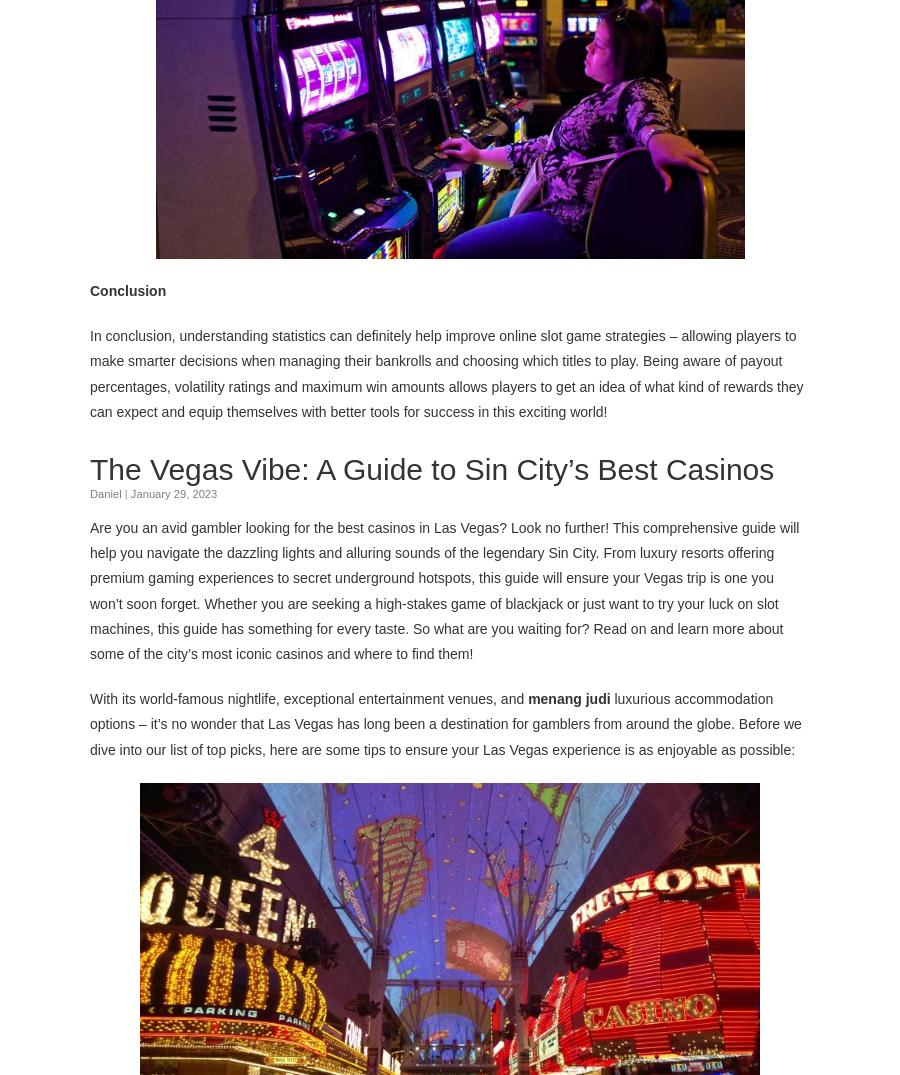  Describe the element at coordinates (173, 491) in the screenshot. I see `'January 29, 2023'` at that location.